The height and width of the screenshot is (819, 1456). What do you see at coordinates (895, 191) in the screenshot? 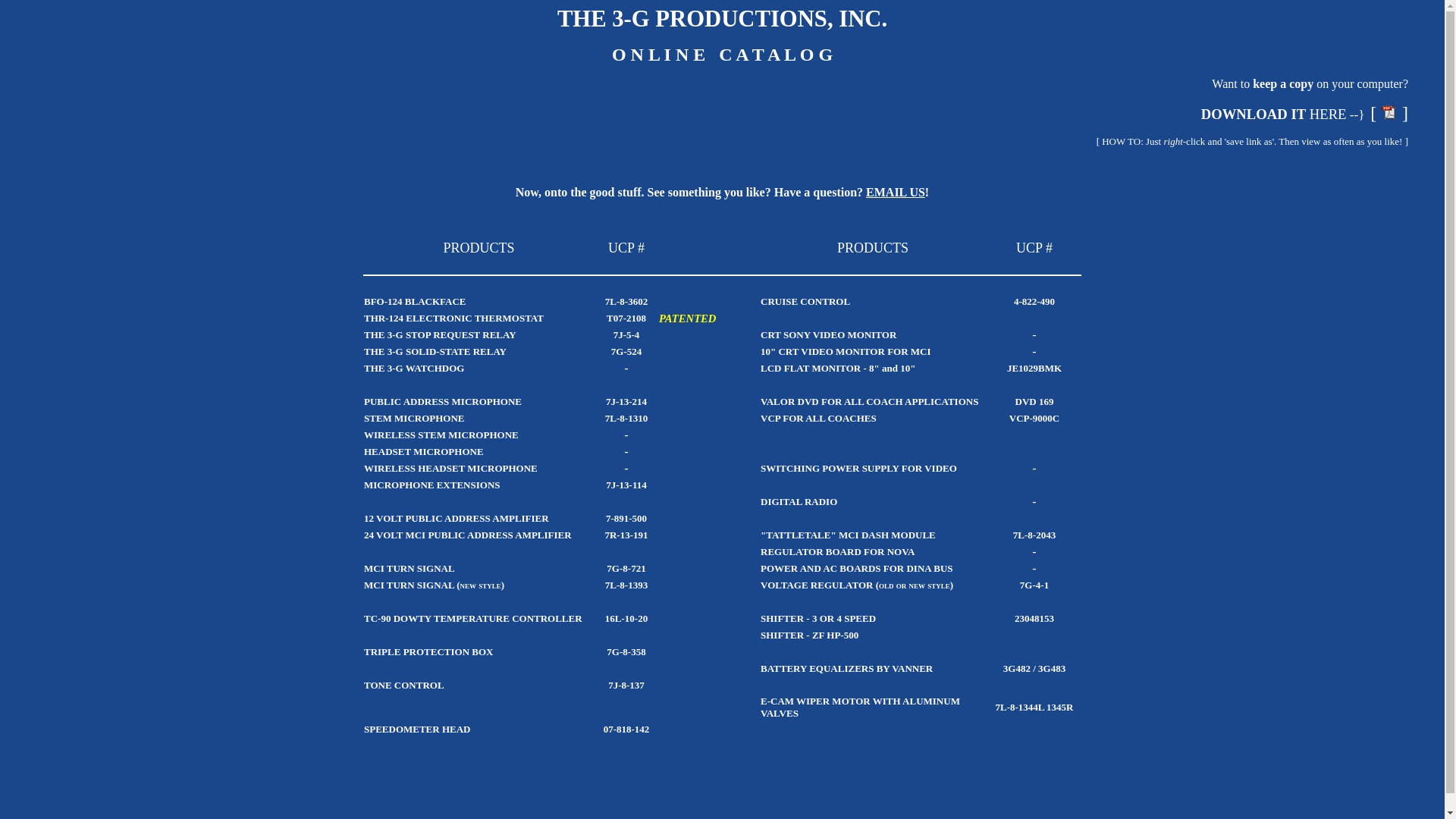
I see `'EMAIL US'` at bounding box center [895, 191].